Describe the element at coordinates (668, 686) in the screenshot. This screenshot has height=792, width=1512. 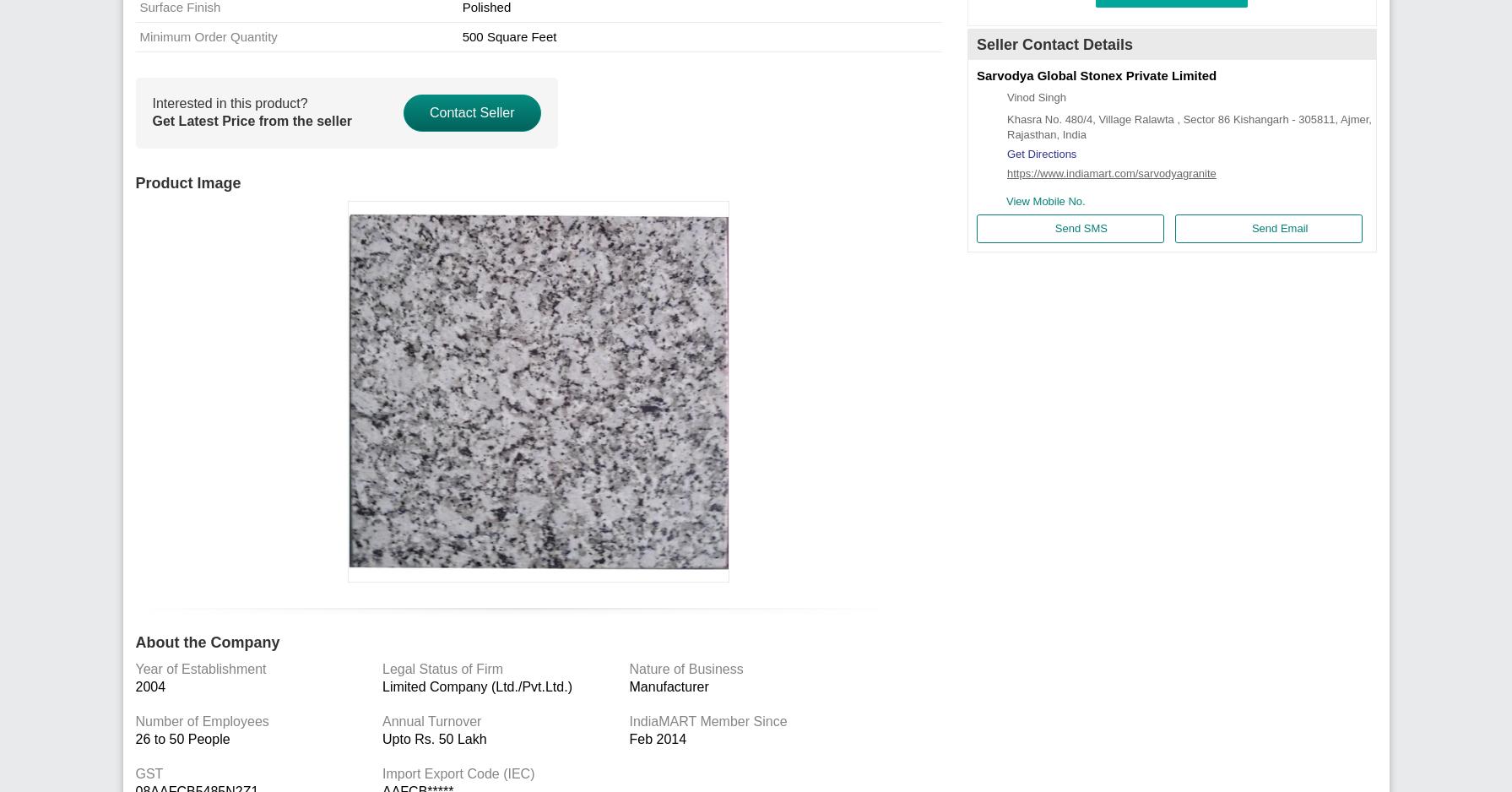
I see `'Manufacturer'` at that location.